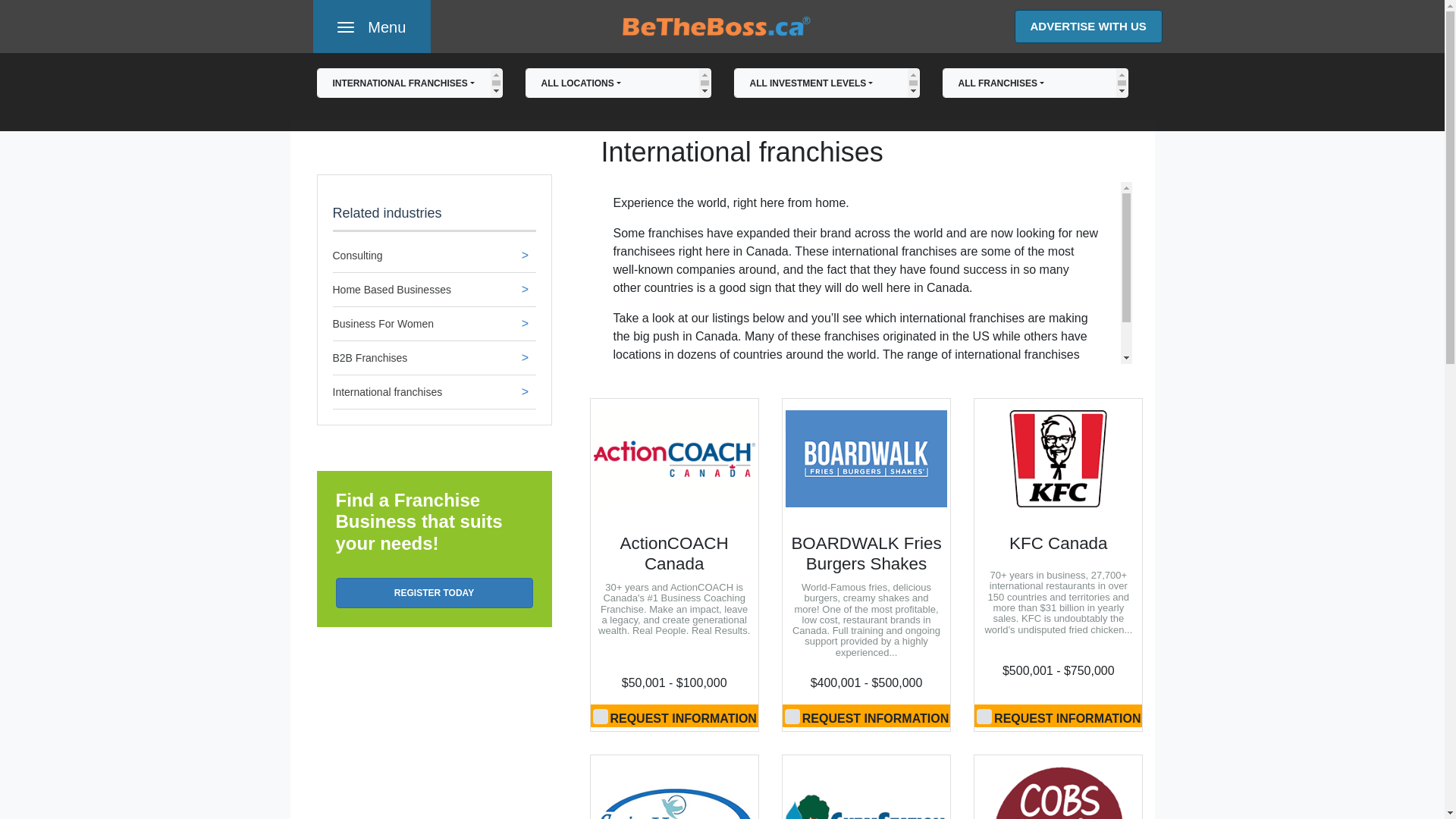 This screenshot has width=1456, height=819. What do you see at coordinates (432, 327) in the screenshot?
I see `'Business For Women` at bounding box center [432, 327].